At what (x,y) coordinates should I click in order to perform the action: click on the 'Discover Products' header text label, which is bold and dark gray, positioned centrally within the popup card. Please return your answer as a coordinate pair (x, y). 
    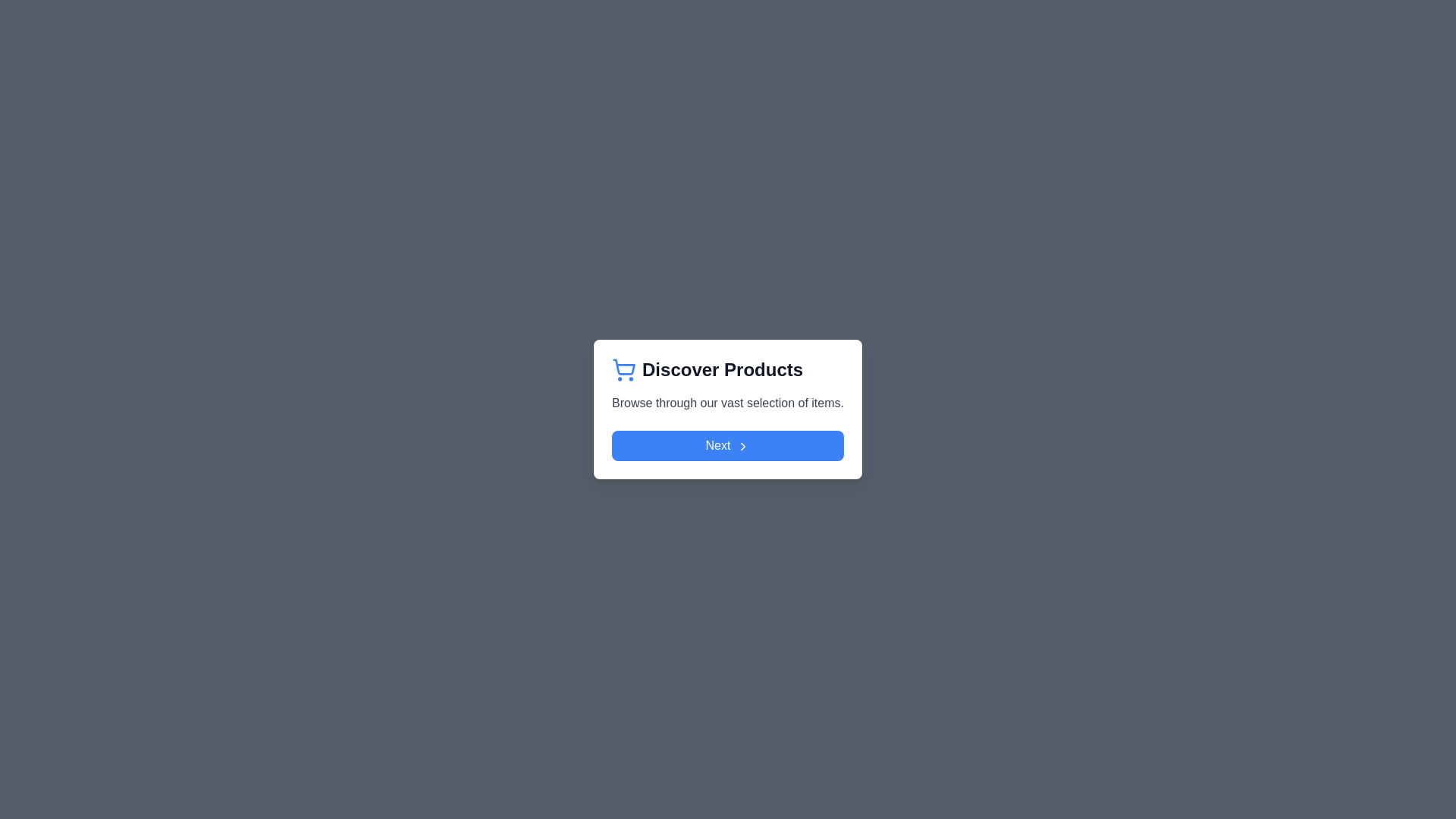
    Looking at the image, I should click on (722, 370).